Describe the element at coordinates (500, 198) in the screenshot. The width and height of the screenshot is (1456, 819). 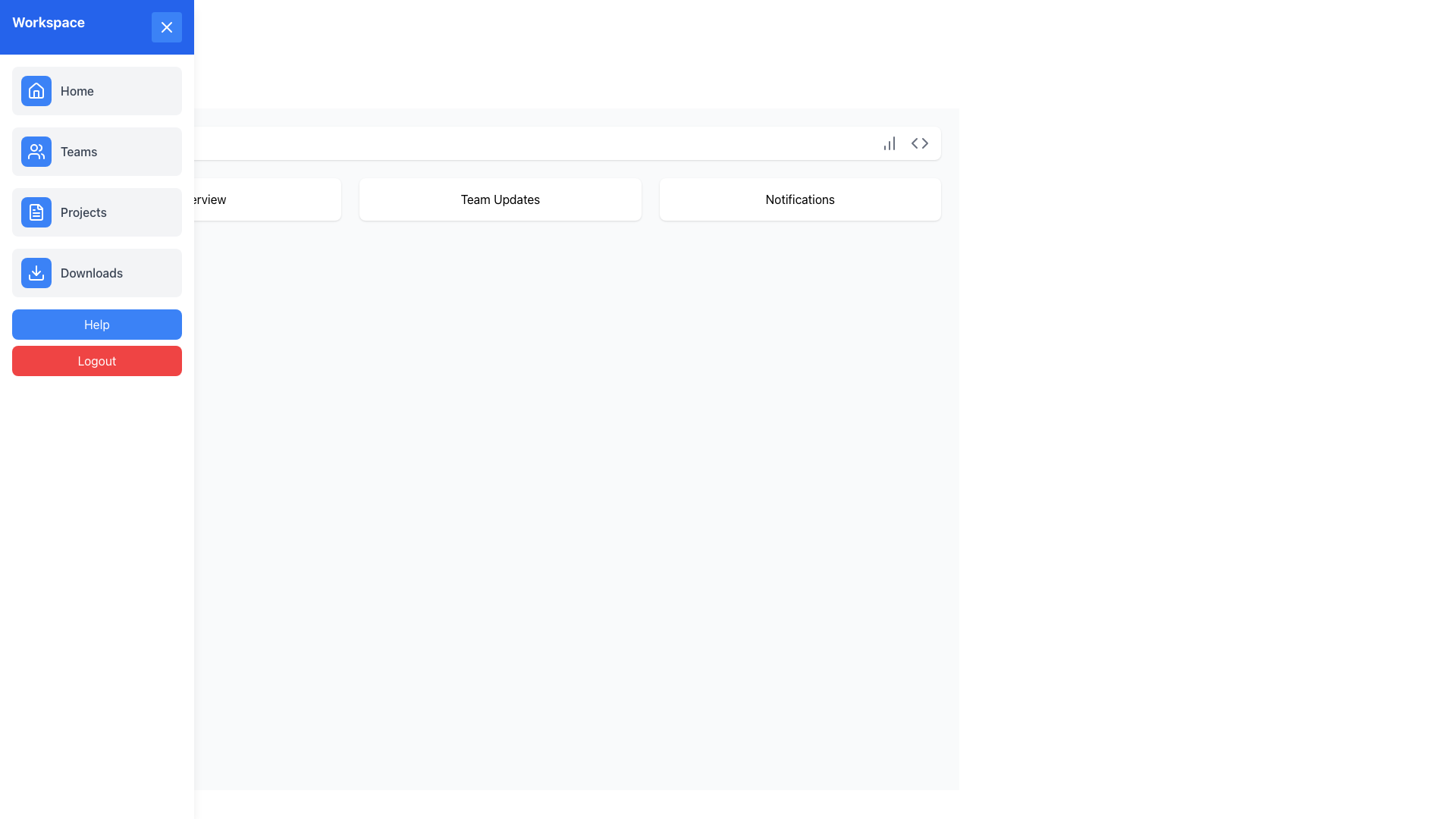
I see `the 'Team Updates' text label, which is a rectangular box with a white background and rounded corners, located between the 'Overview' and 'Notifications' boxes` at that location.